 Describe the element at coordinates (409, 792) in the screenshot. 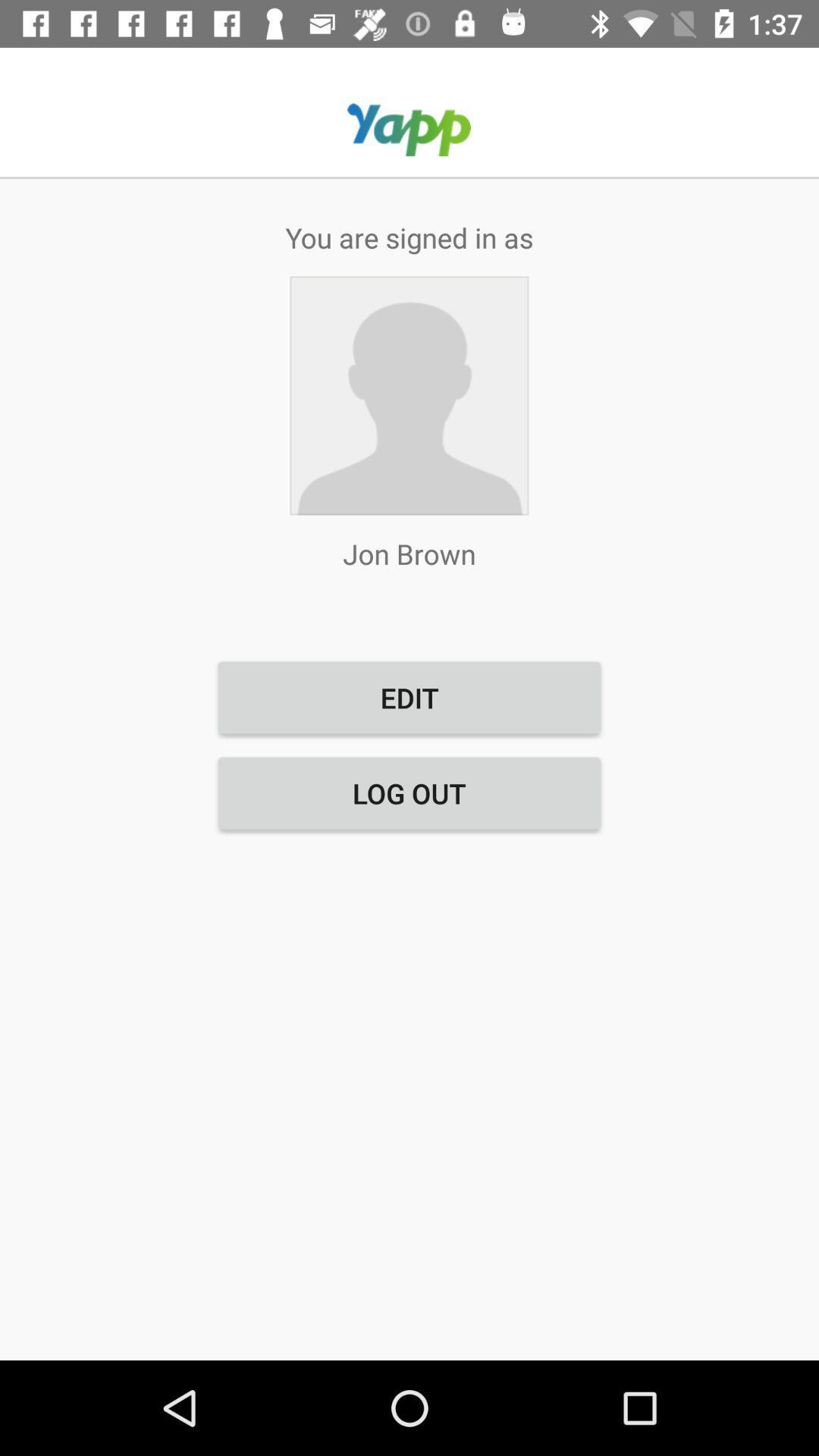

I see `log out icon` at that location.